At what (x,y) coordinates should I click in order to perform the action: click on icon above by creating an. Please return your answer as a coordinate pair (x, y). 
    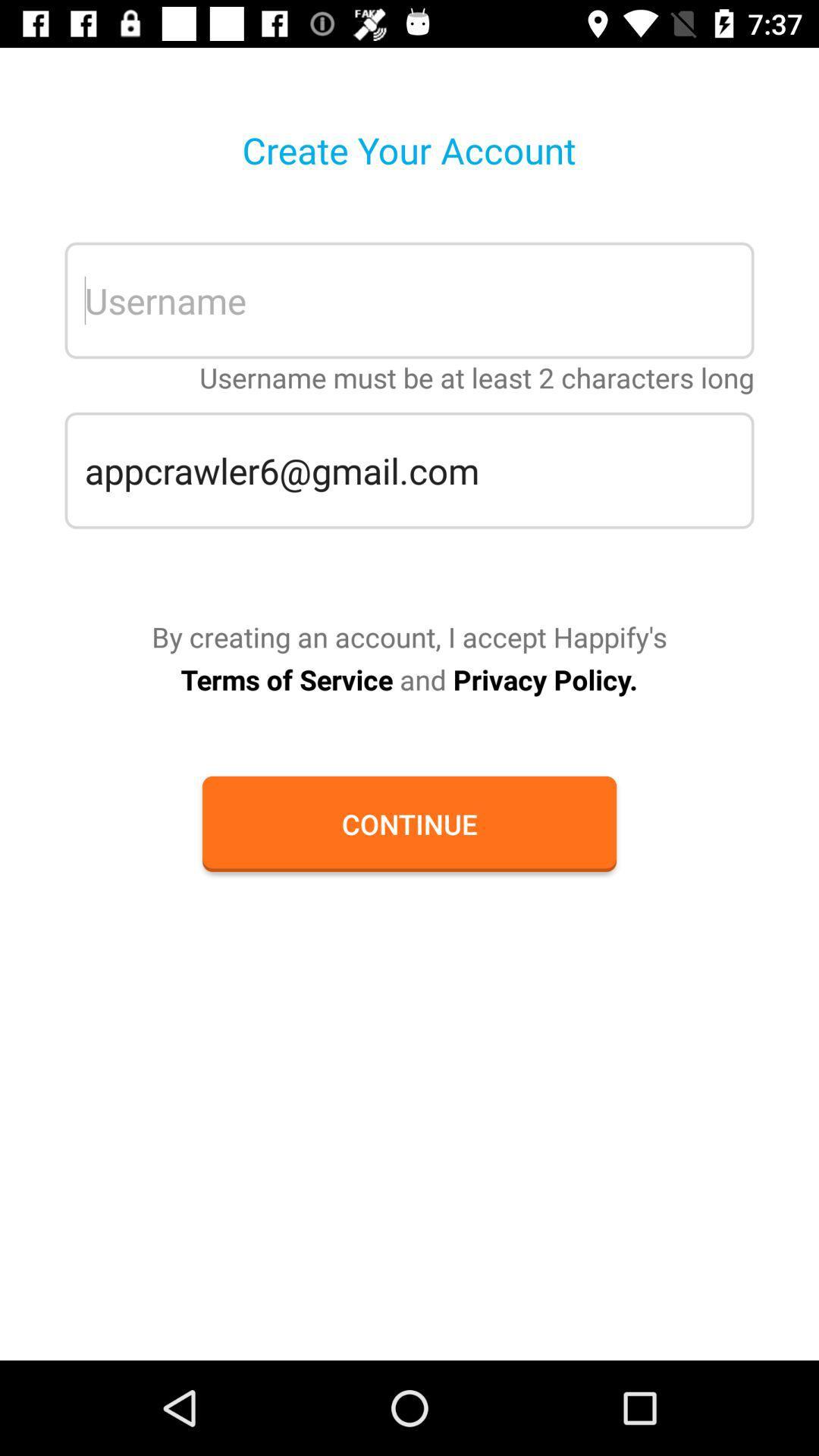
    Looking at the image, I should click on (409, 469).